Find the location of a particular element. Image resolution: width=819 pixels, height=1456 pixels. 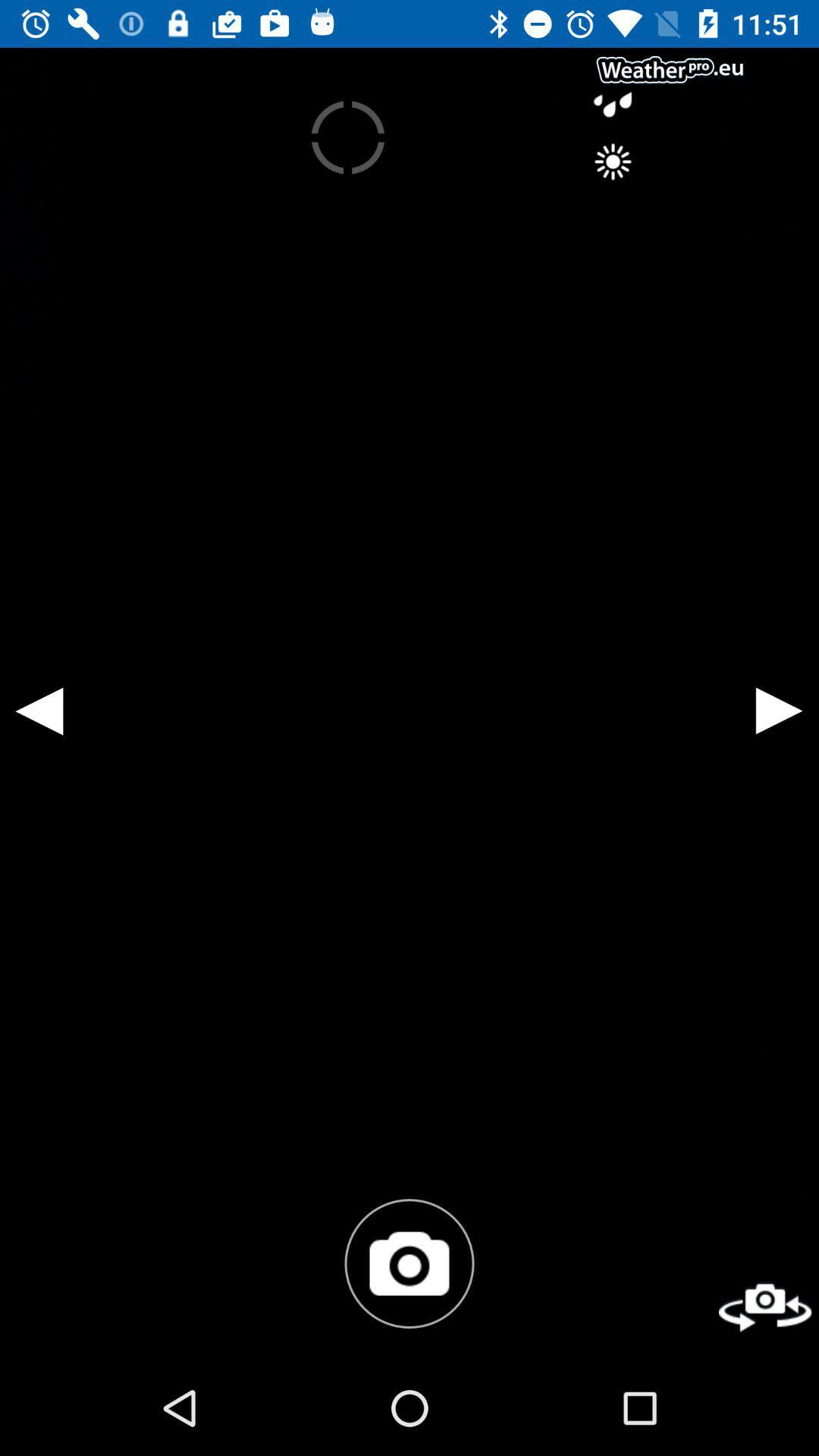

the photo icon is located at coordinates (409, 1263).